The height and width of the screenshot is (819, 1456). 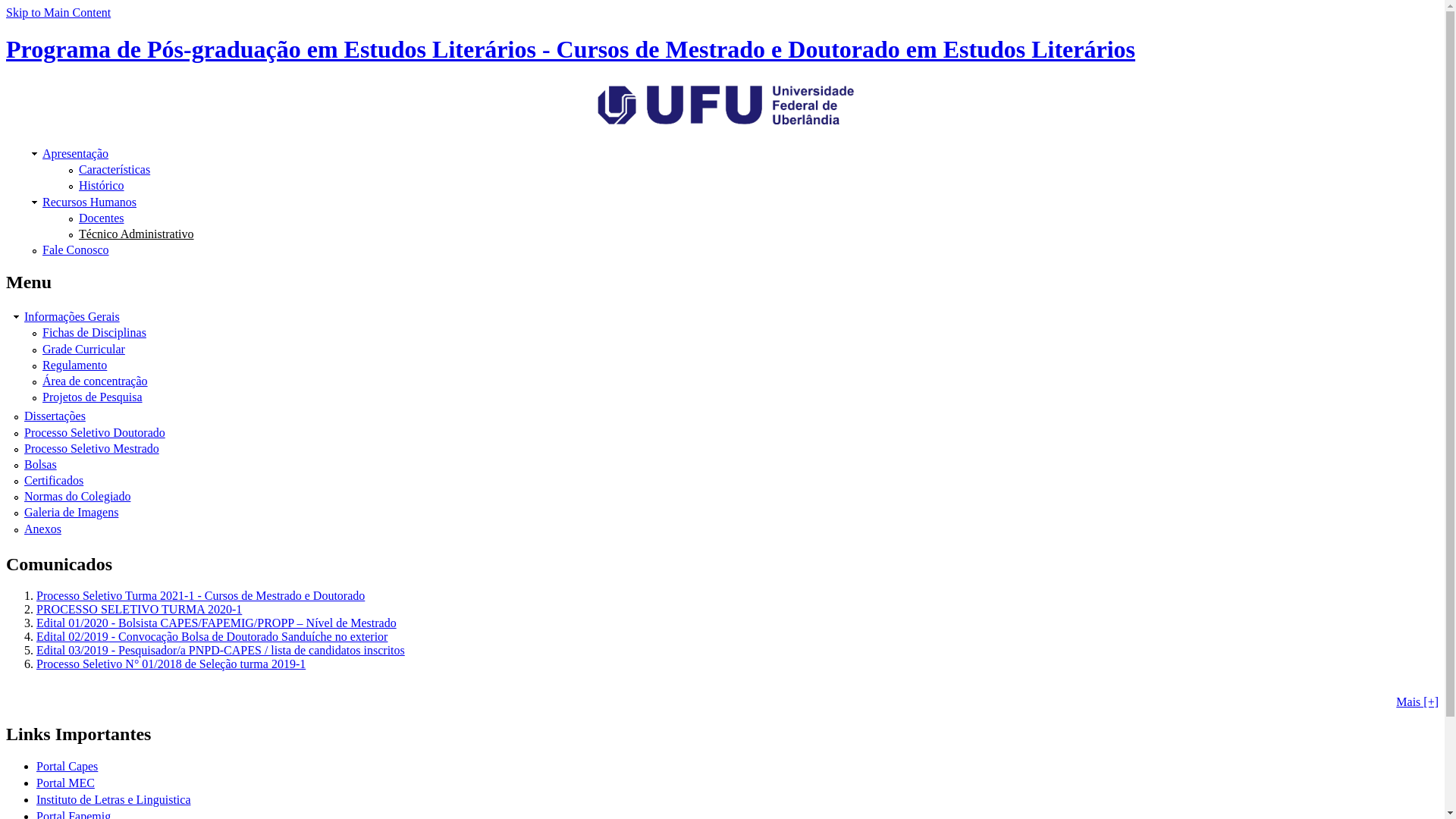 I want to click on 'Anexos', so click(x=24, y=528).